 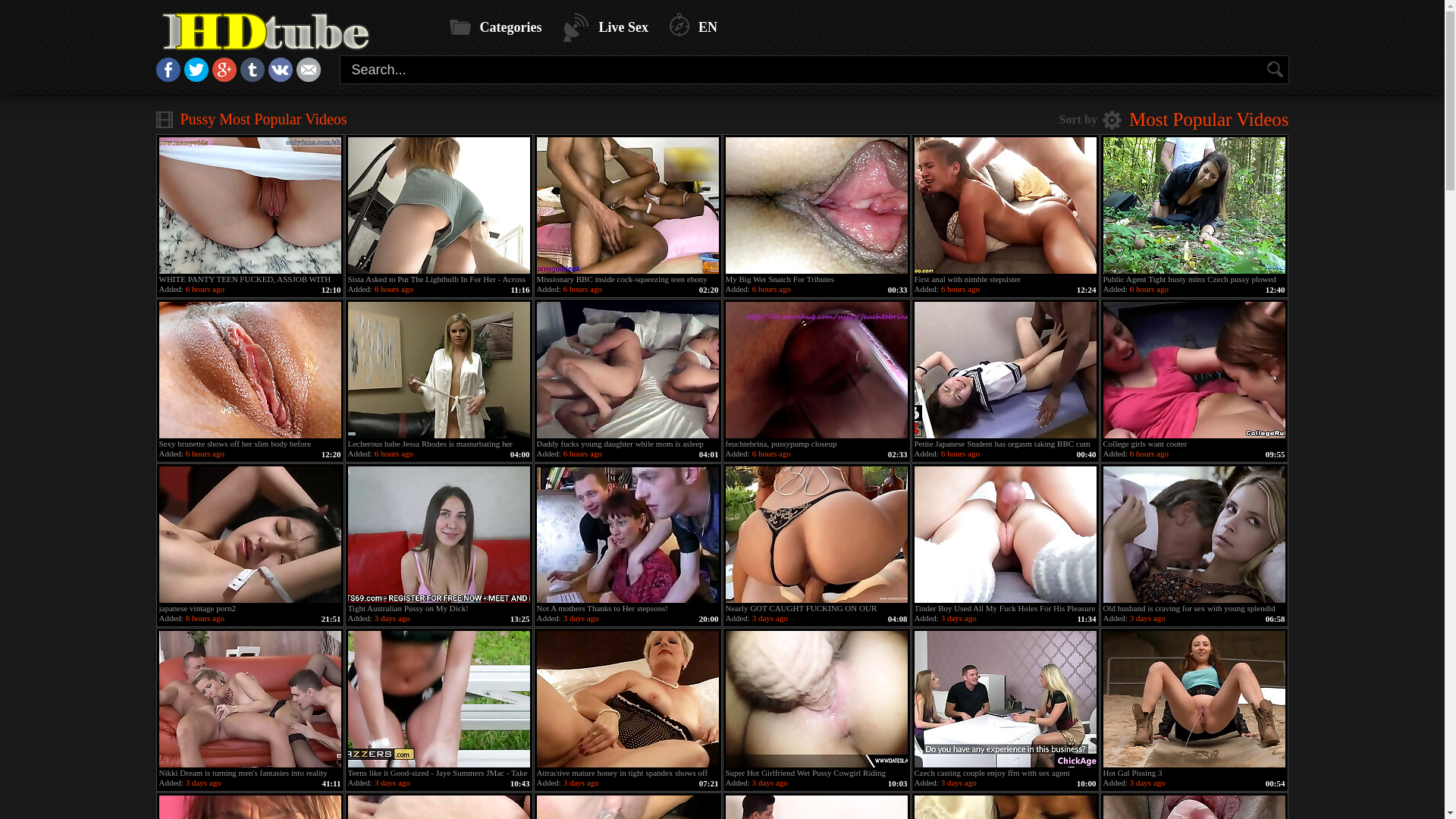 I want to click on 'Teens like it Good-sized - Jaye Summers JMac - Take Me Home', so click(x=437, y=698).